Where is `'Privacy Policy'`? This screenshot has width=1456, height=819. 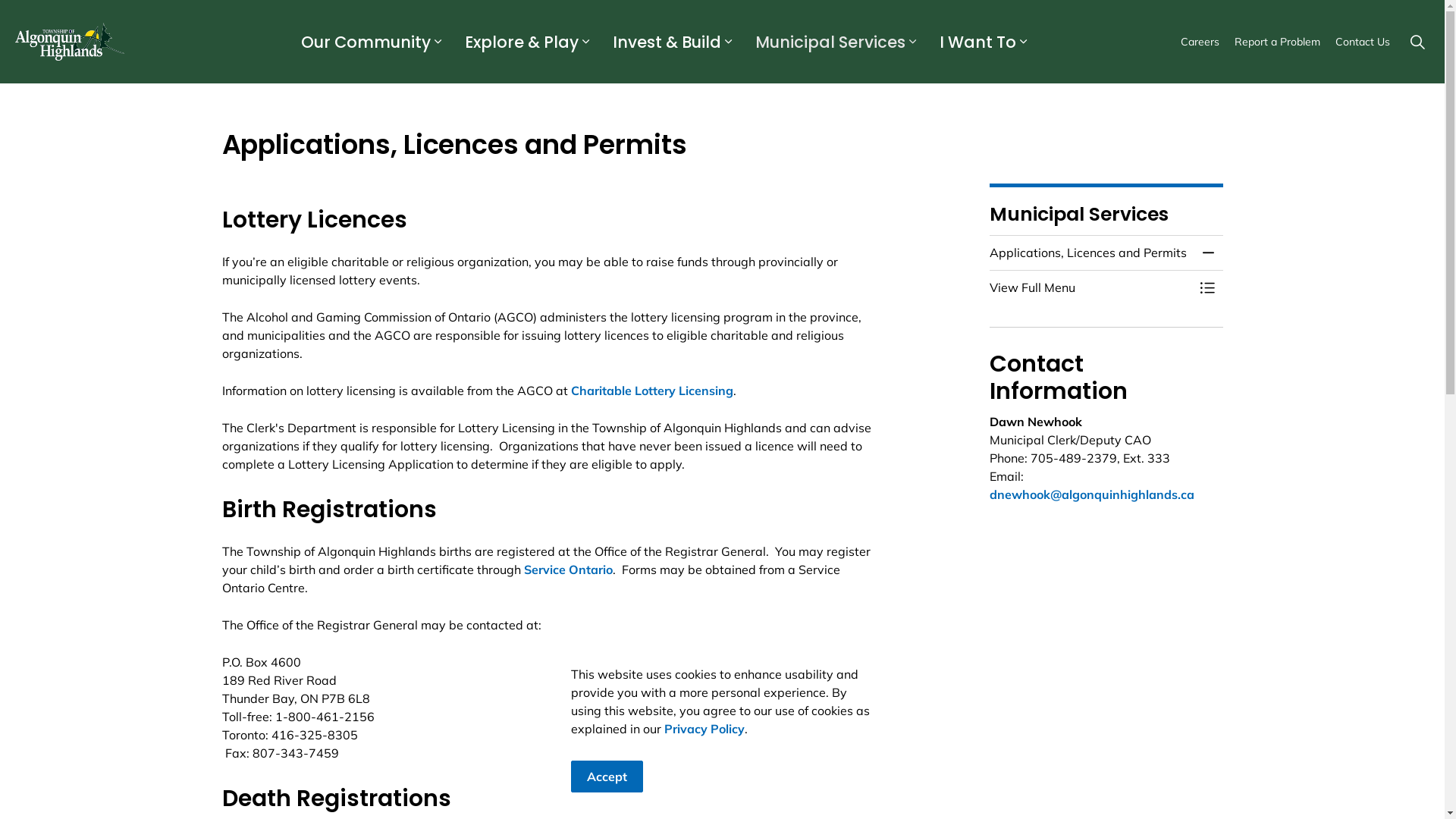
'Privacy Policy' is located at coordinates (704, 727).